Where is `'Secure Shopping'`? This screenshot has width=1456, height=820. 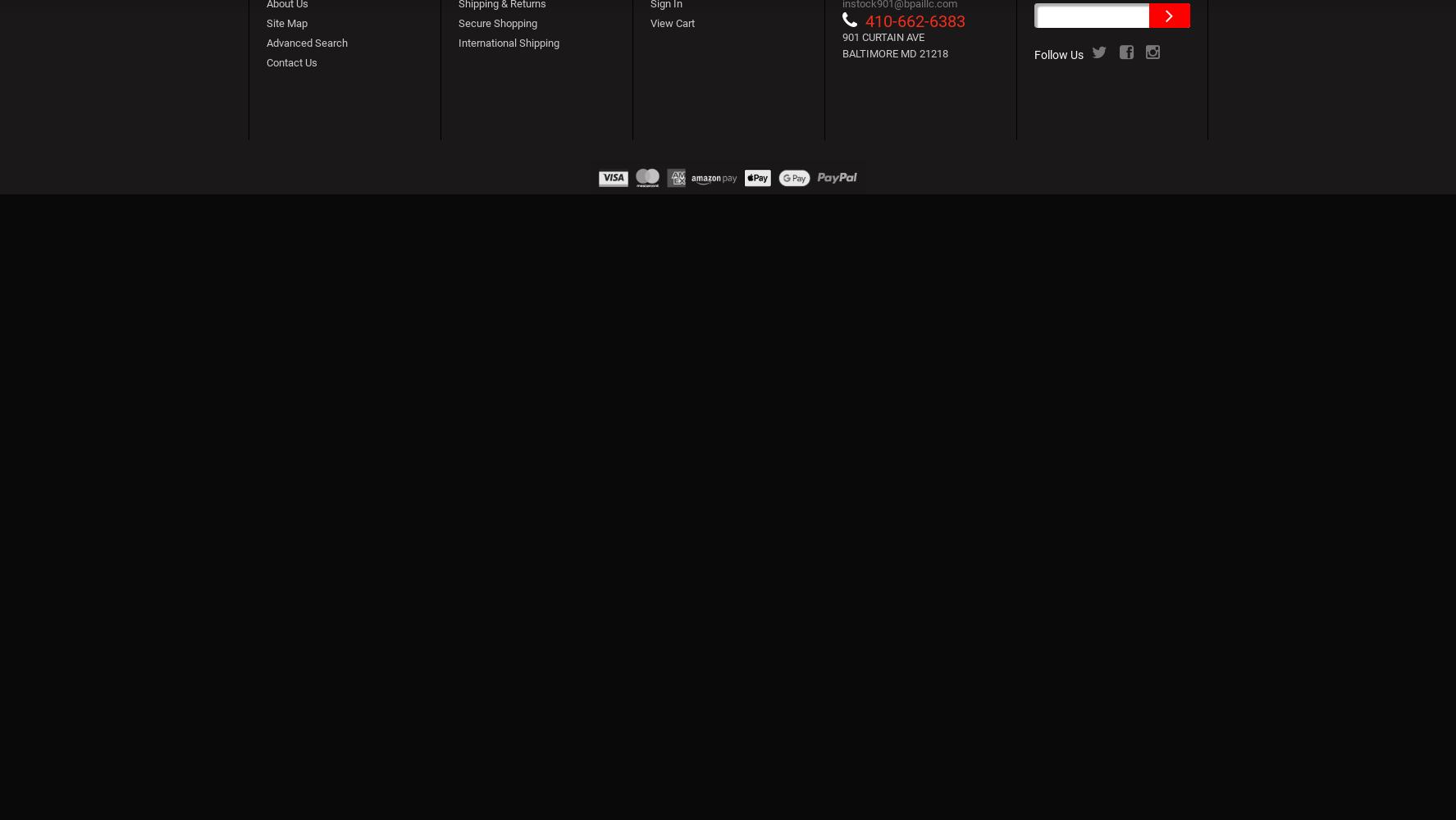 'Secure Shopping' is located at coordinates (496, 23).